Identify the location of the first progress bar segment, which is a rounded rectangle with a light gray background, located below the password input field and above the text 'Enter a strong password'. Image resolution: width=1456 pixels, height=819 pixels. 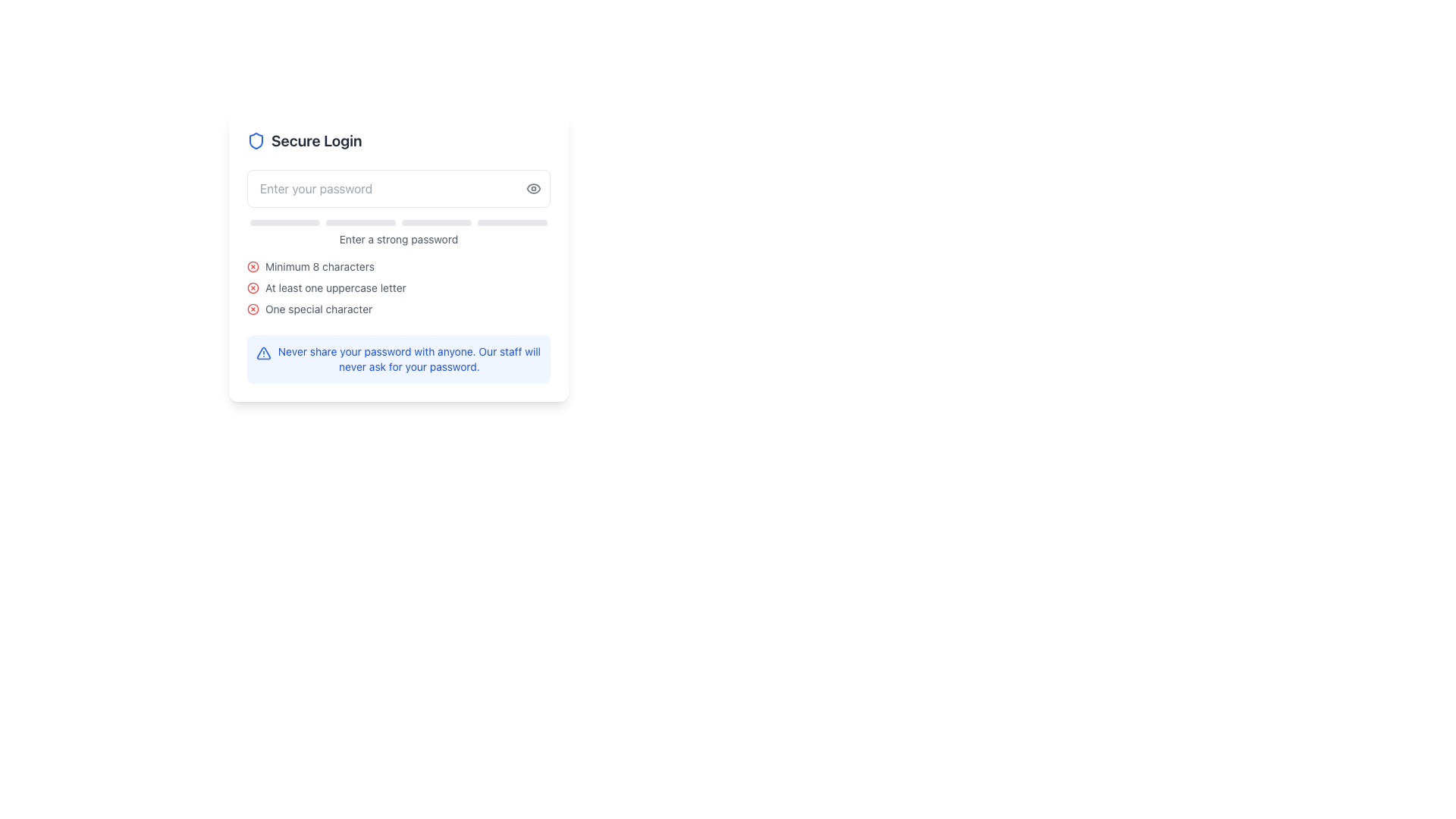
(284, 222).